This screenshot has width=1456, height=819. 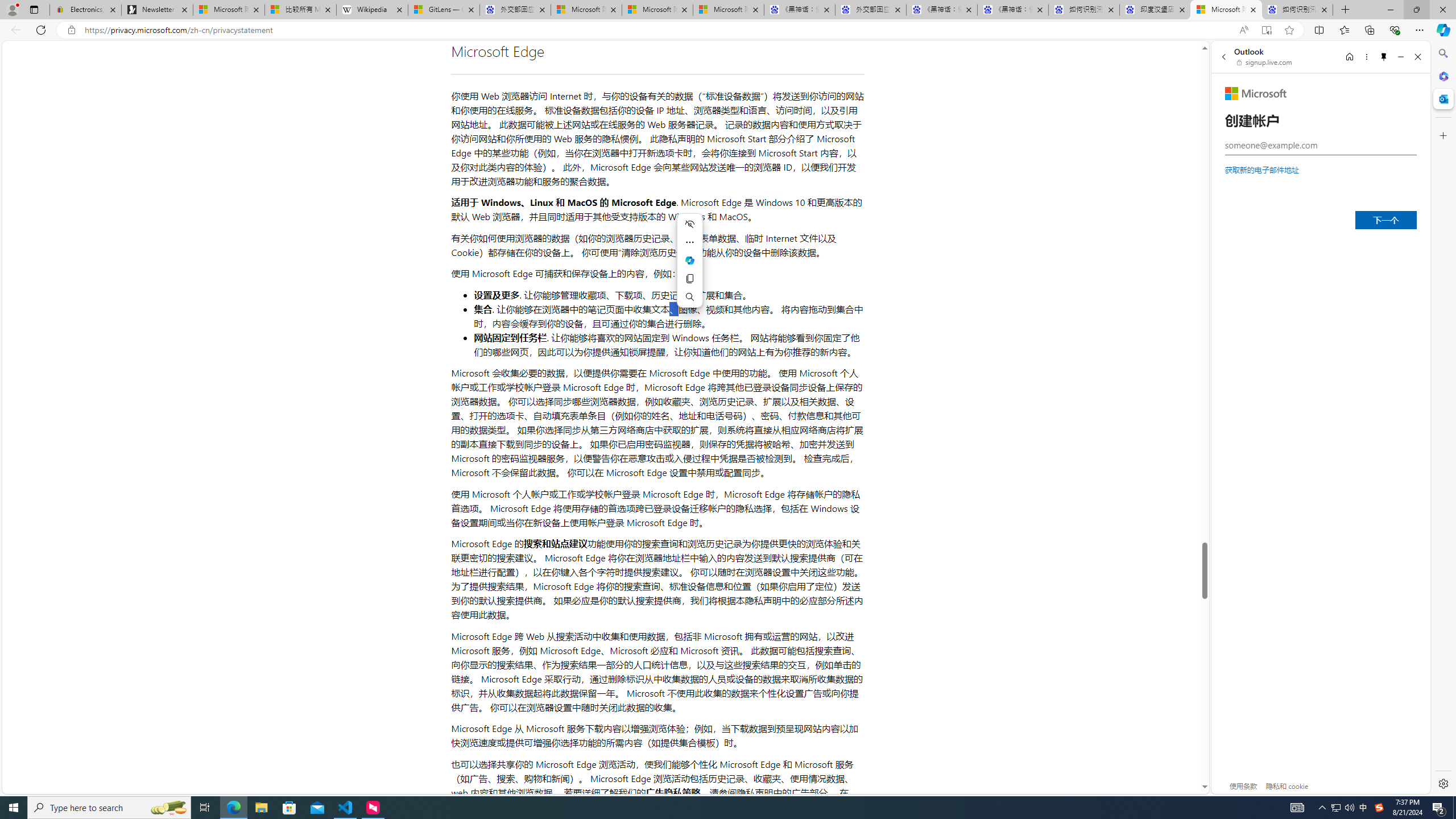 I want to click on 'Mini menu on text selection', so click(x=689, y=266).